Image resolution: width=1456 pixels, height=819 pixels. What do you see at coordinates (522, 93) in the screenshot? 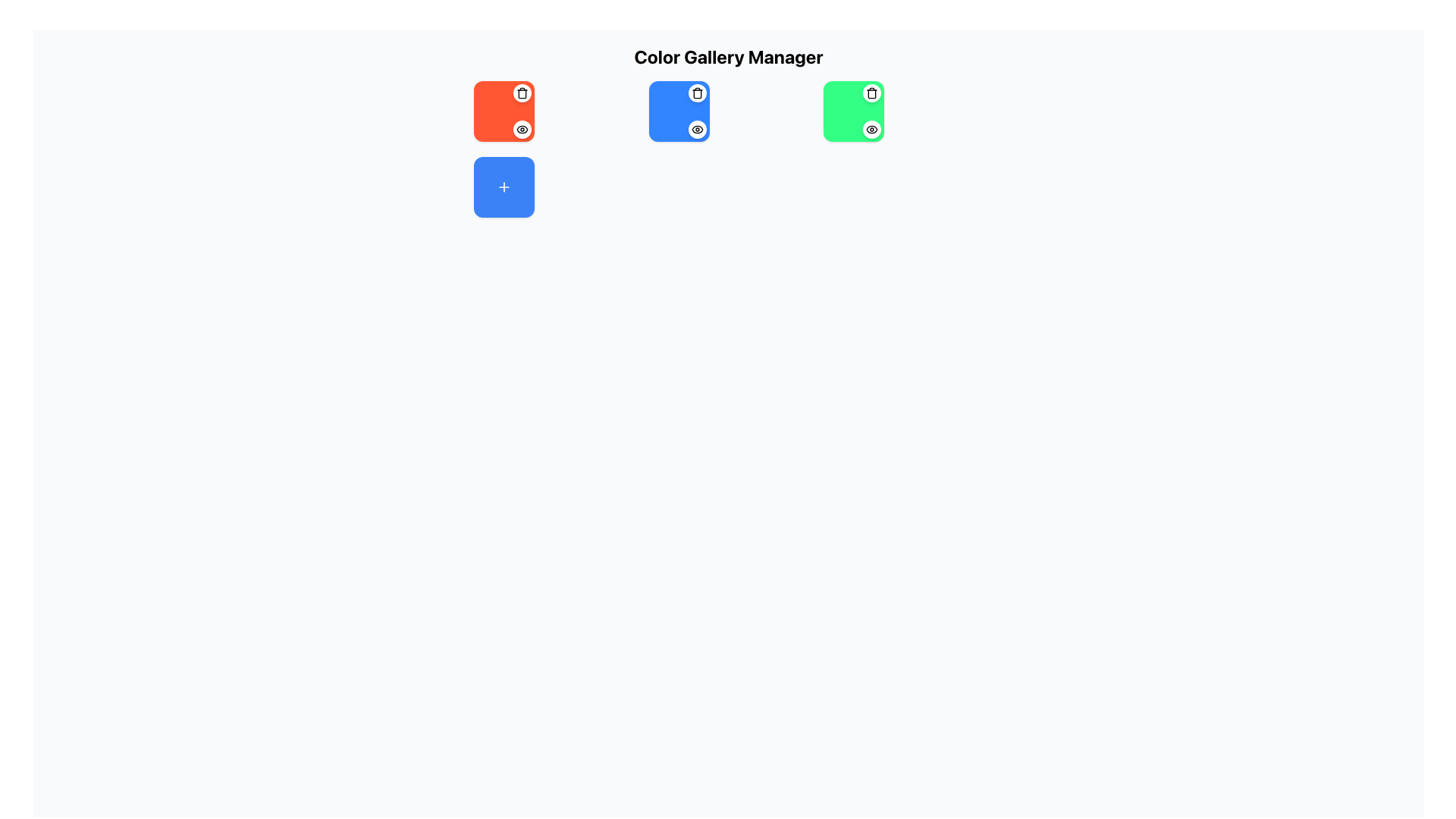
I see `the trash bin icon button, which is styled as a circular button with a white background located at the top-right corner of a red square block` at bounding box center [522, 93].